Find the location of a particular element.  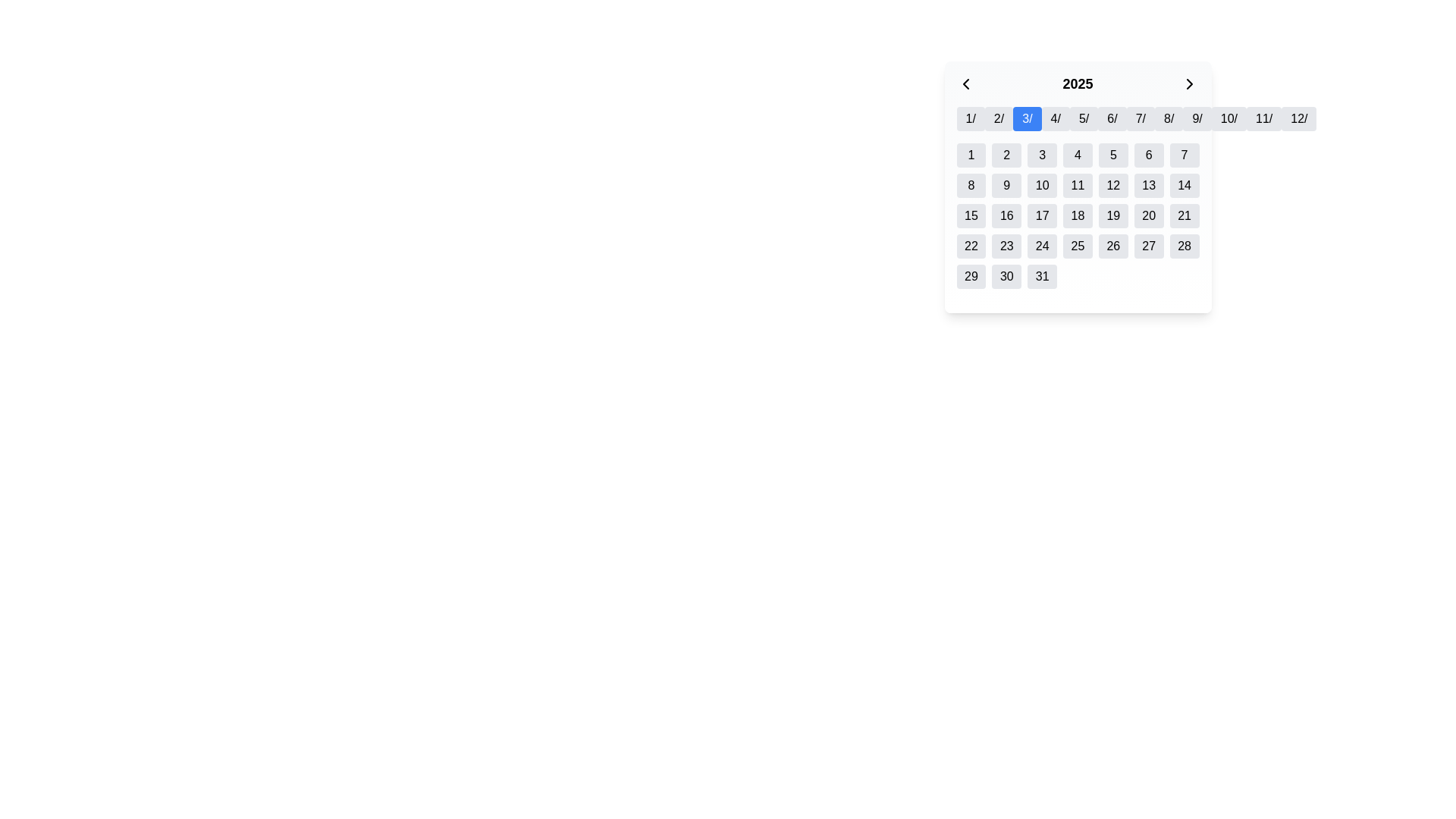

the button representing the selectable day (the 10th) in the calendar interface is located at coordinates (1040, 185).